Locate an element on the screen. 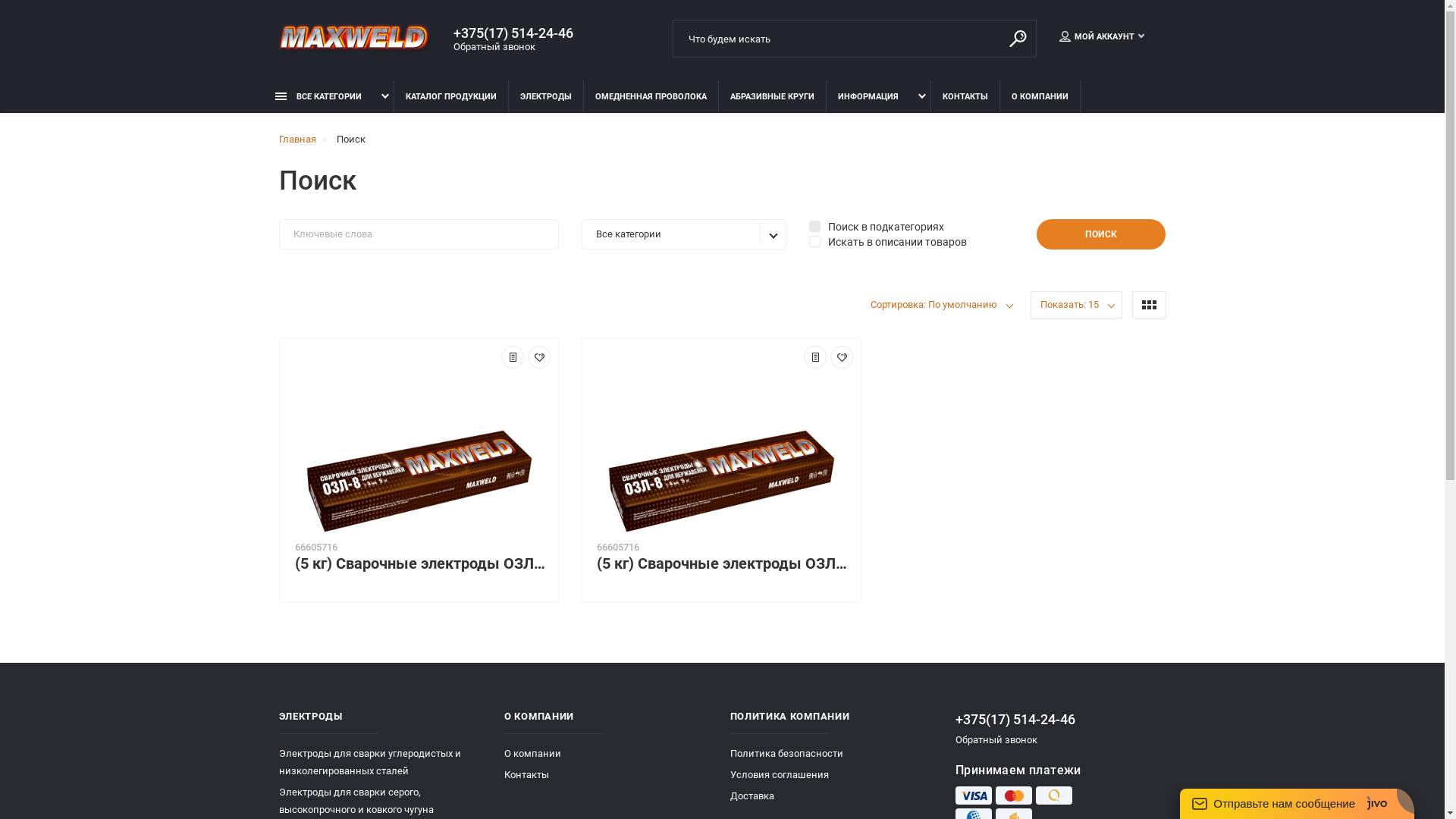  '+375(17) 514-24-46' is located at coordinates (1059, 718).